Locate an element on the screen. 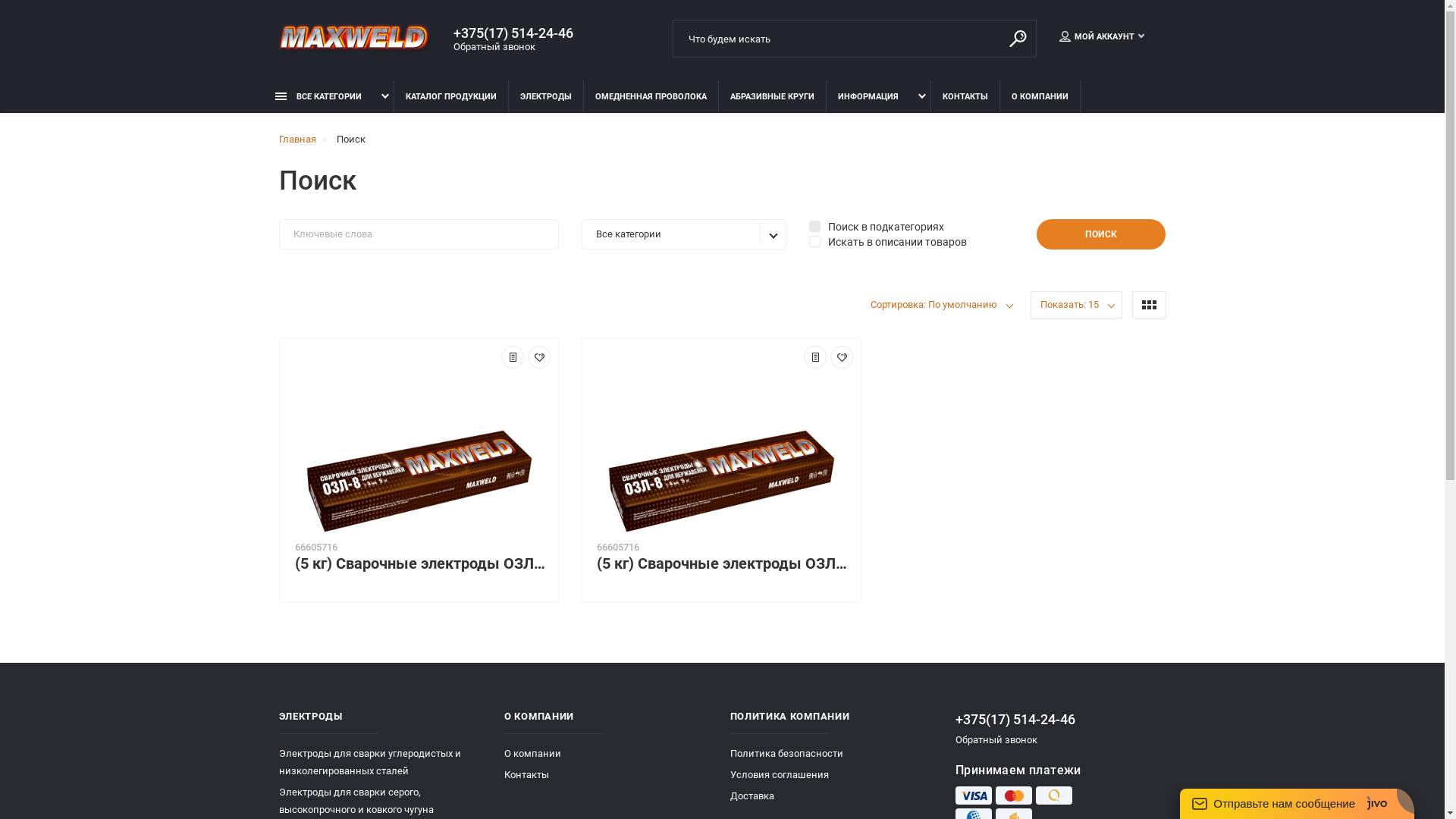  '+375(17) 514-24-46' is located at coordinates (1059, 718).